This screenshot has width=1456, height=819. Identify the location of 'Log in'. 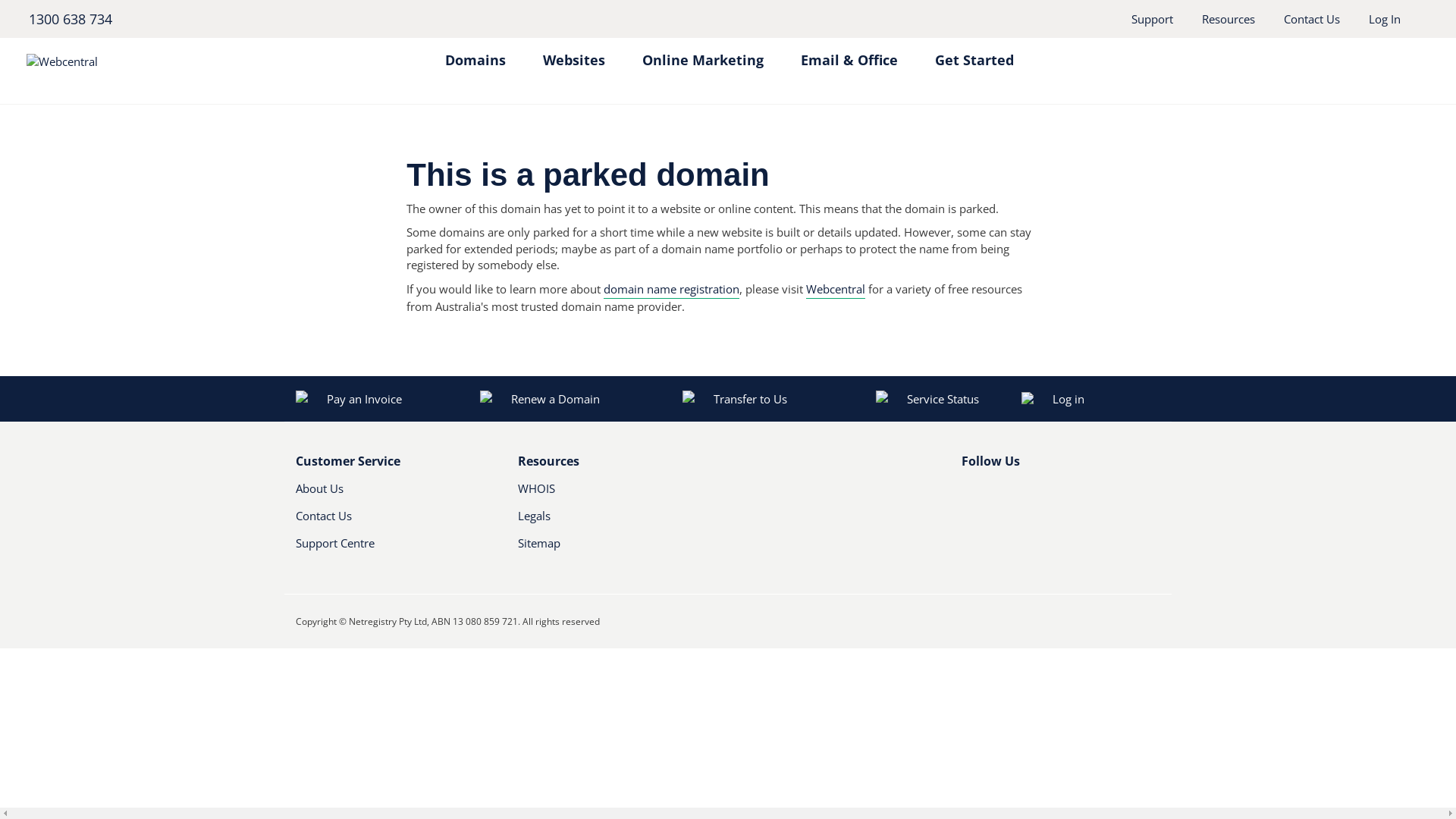
(1111, 397).